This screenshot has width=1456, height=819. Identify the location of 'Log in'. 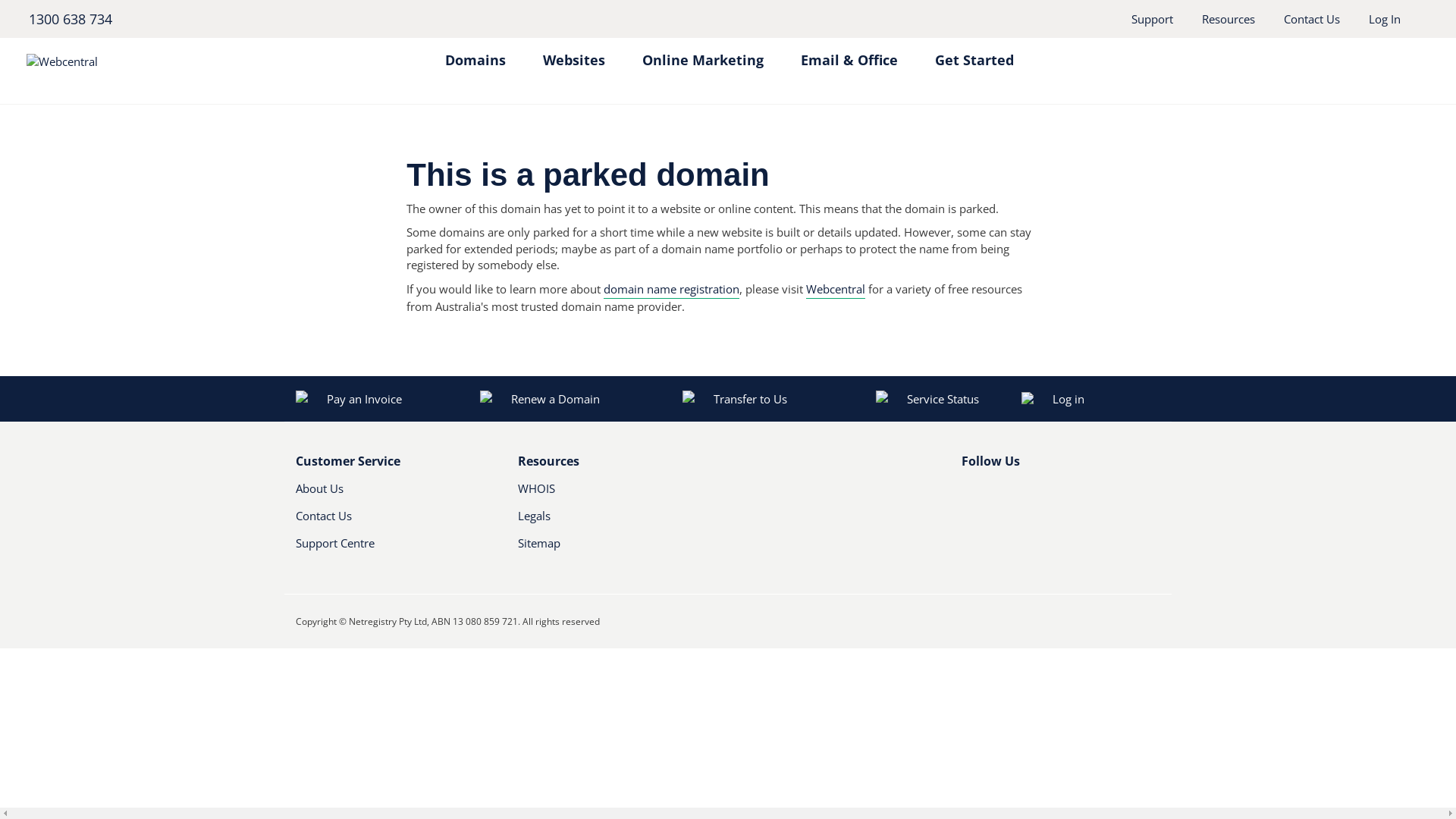
(1111, 397).